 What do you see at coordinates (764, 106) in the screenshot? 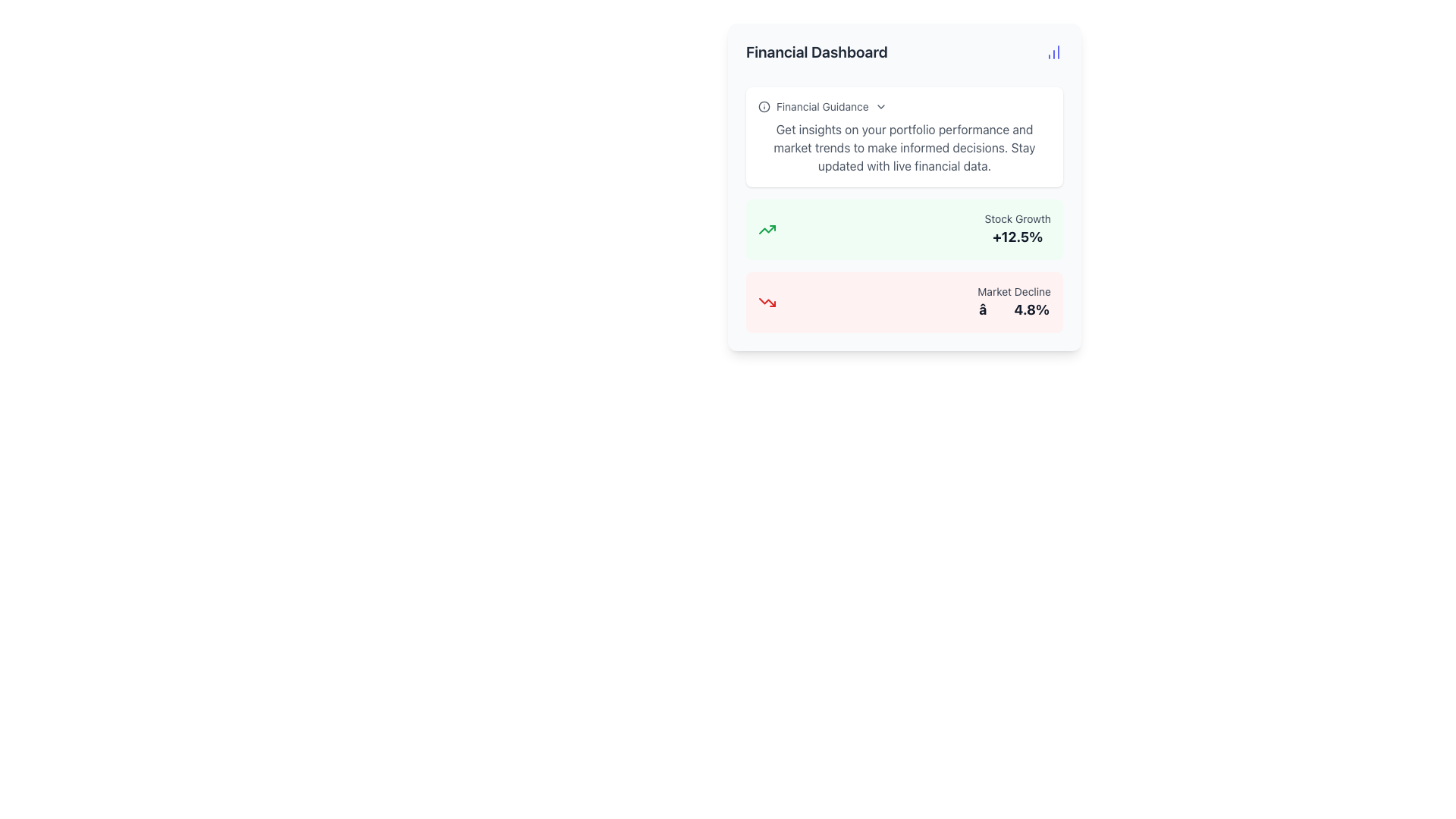
I see `the circular informational icon with the letter 'i' located to the left of the text 'Financial Guidance'` at bounding box center [764, 106].